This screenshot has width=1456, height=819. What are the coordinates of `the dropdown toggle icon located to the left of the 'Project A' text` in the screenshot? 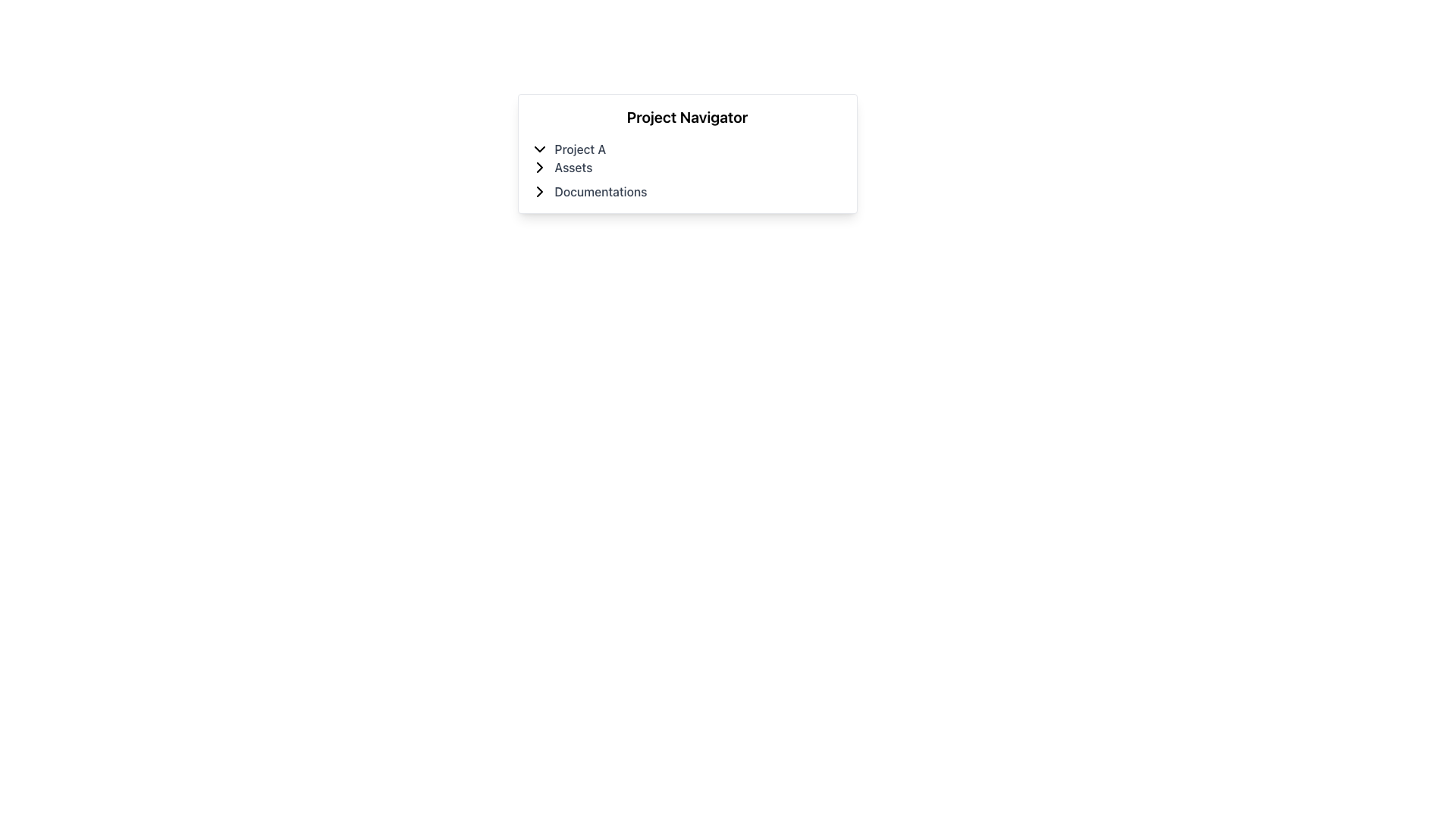 It's located at (539, 149).